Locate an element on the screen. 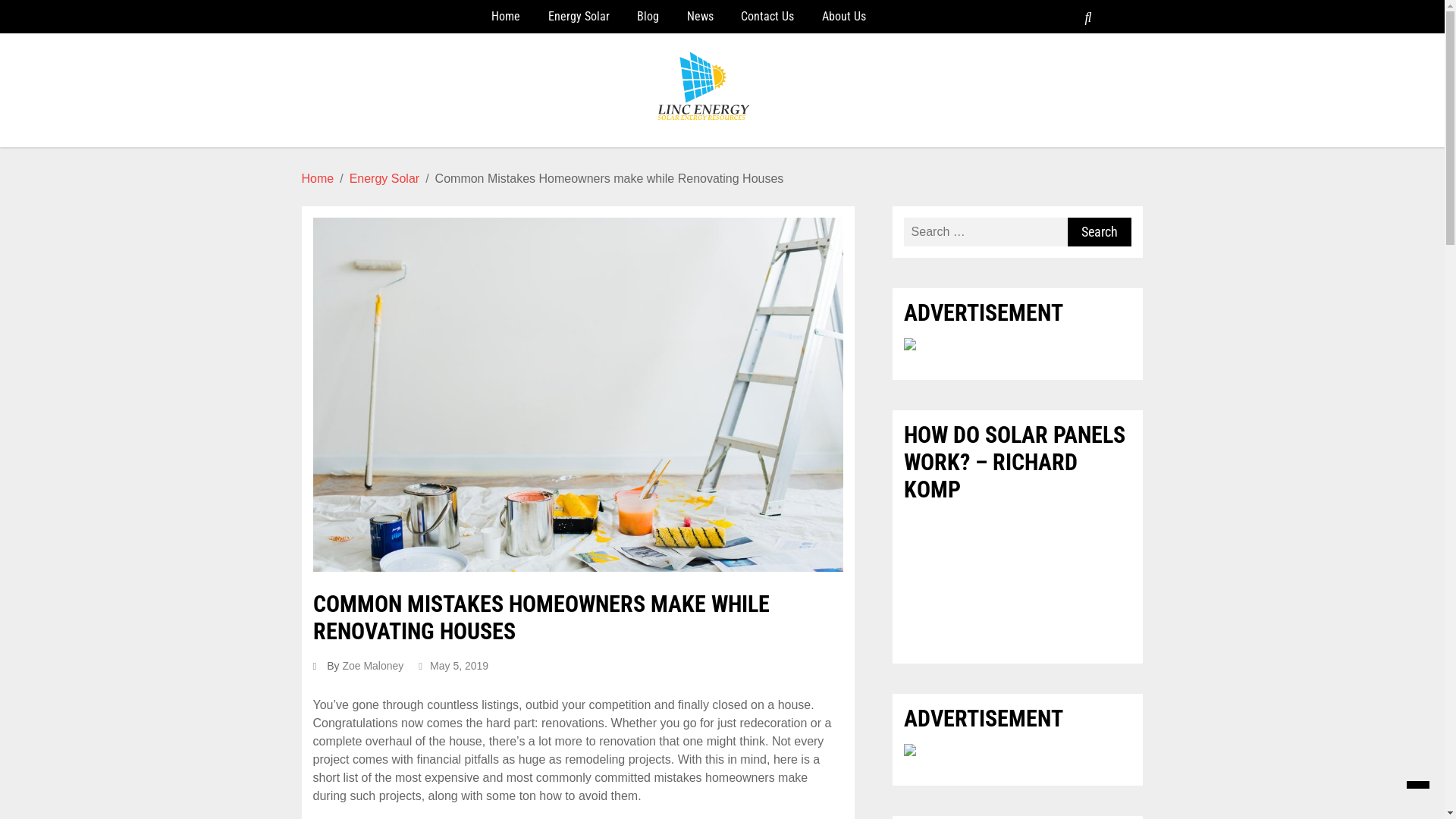 Image resolution: width=1456 pixels, height=819 pixels. 'Energy Solar' is located at coordinates (578, 17).